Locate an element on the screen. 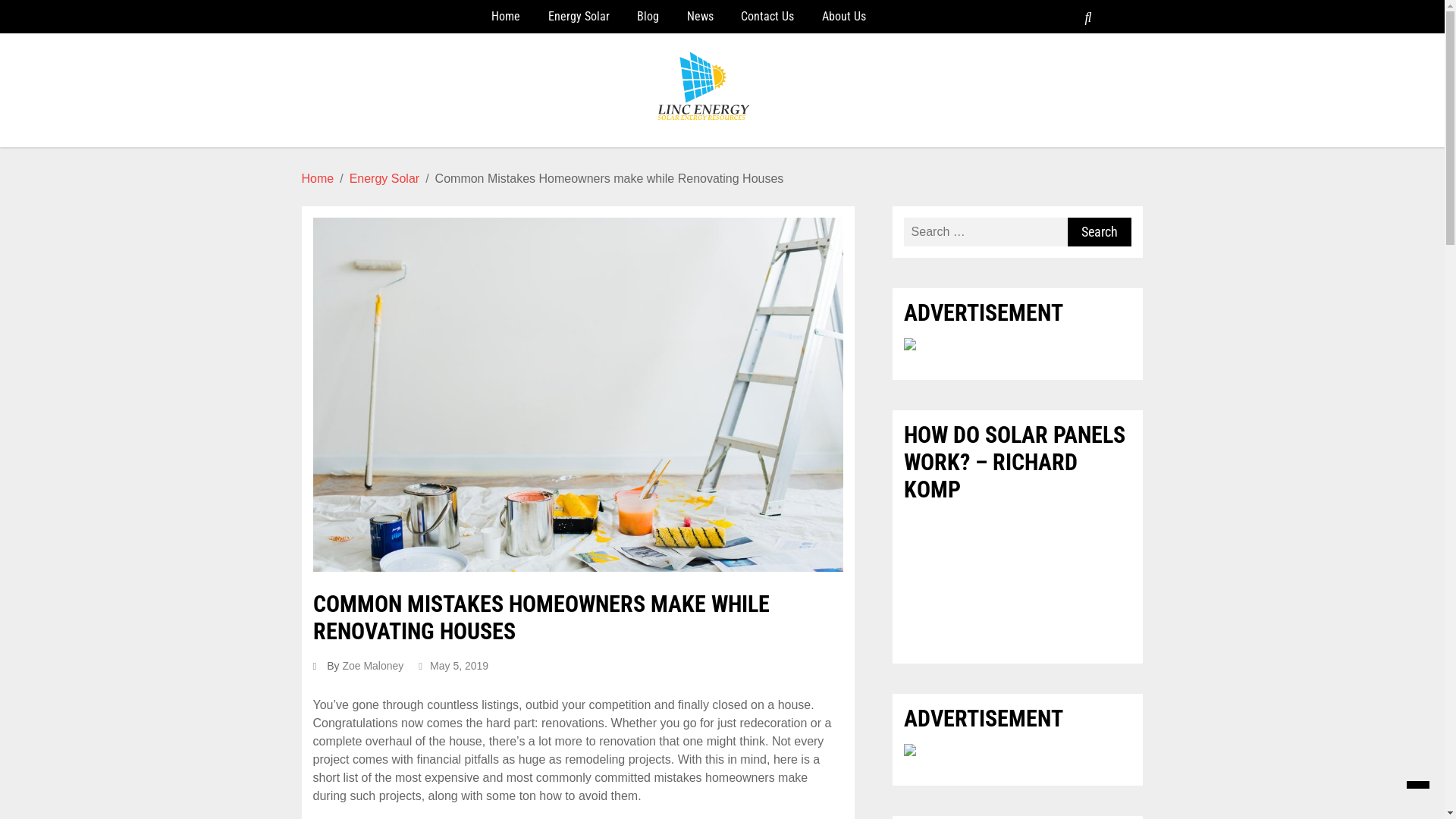 Image resolution: width=1456 pixels, height=819 pixels. 'Energy Solar' is located at coordinates (578, 17).